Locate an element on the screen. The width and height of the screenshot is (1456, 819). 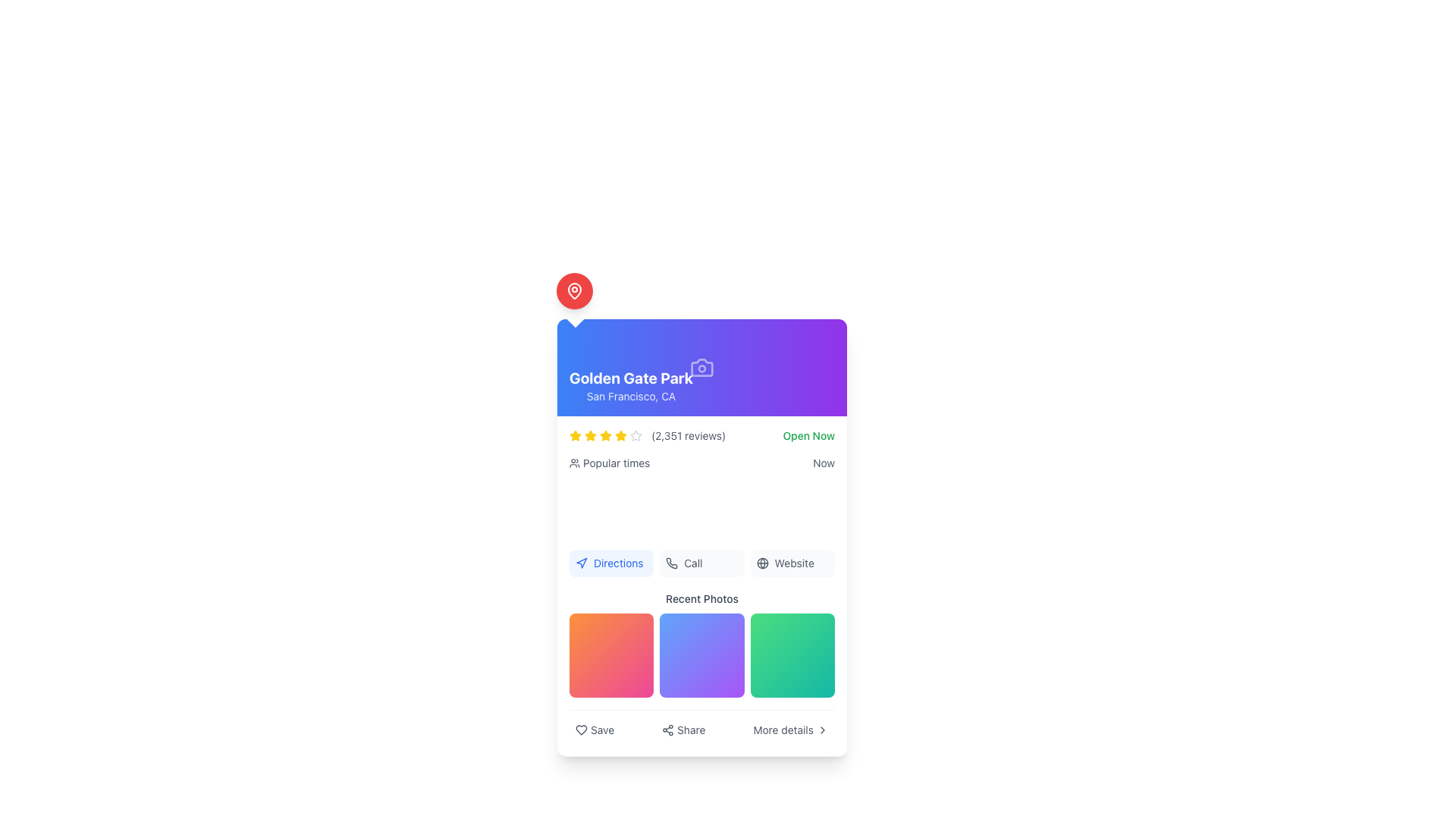
the third button in the three-column layout located at the bottom of the 'Golden Gate Park' card to potentially expand its view or reveal additional content is located at coordinates (792, 654).